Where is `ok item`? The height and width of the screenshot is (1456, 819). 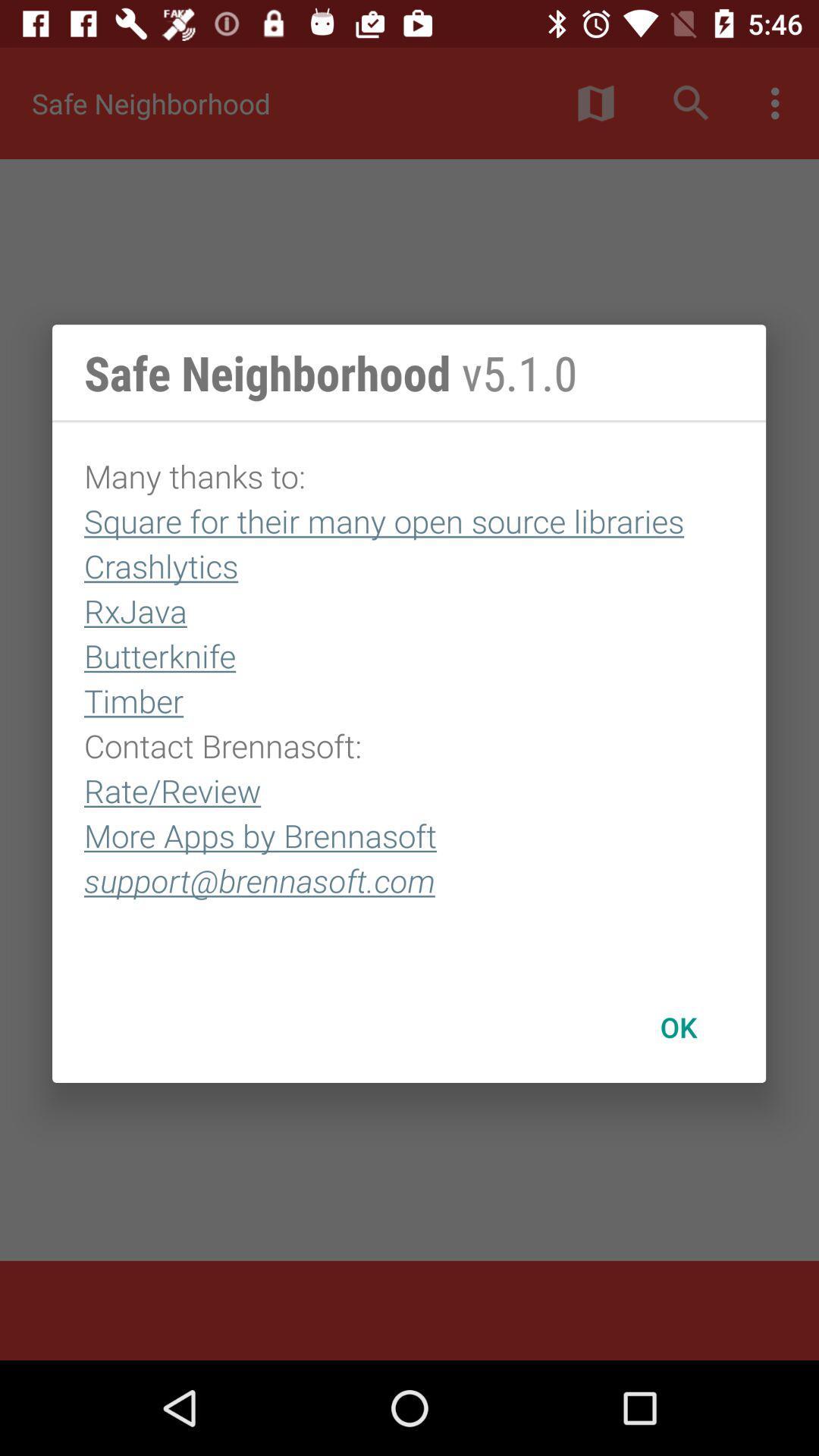 ok item is located at coordinates (677, 1027).